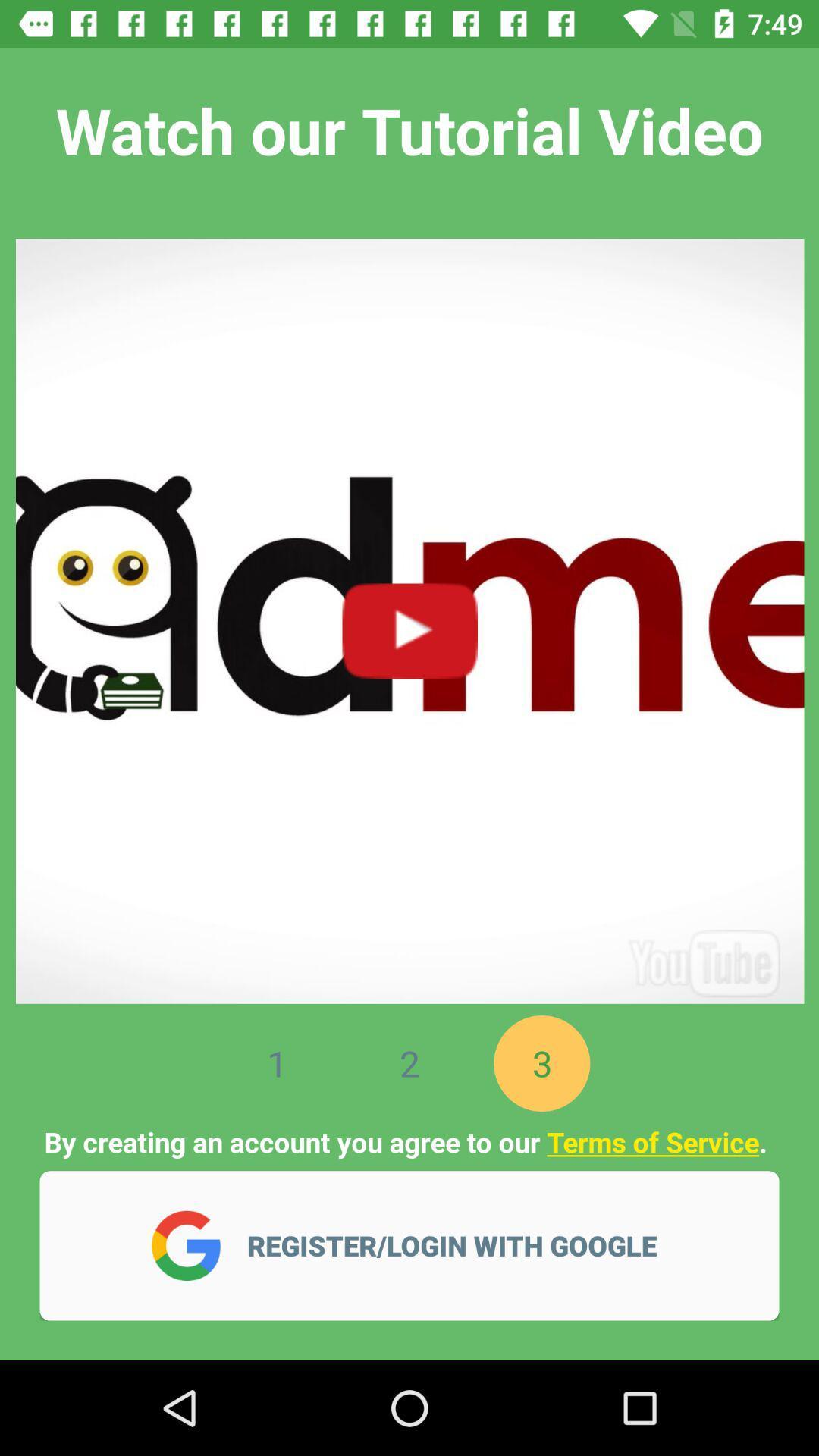 Image resolution: width=819 pixels, height=1456 pixels. What do you see at coordinates (409, 613) in the screenshot?
I see `video` at bounding box center [409, 613].